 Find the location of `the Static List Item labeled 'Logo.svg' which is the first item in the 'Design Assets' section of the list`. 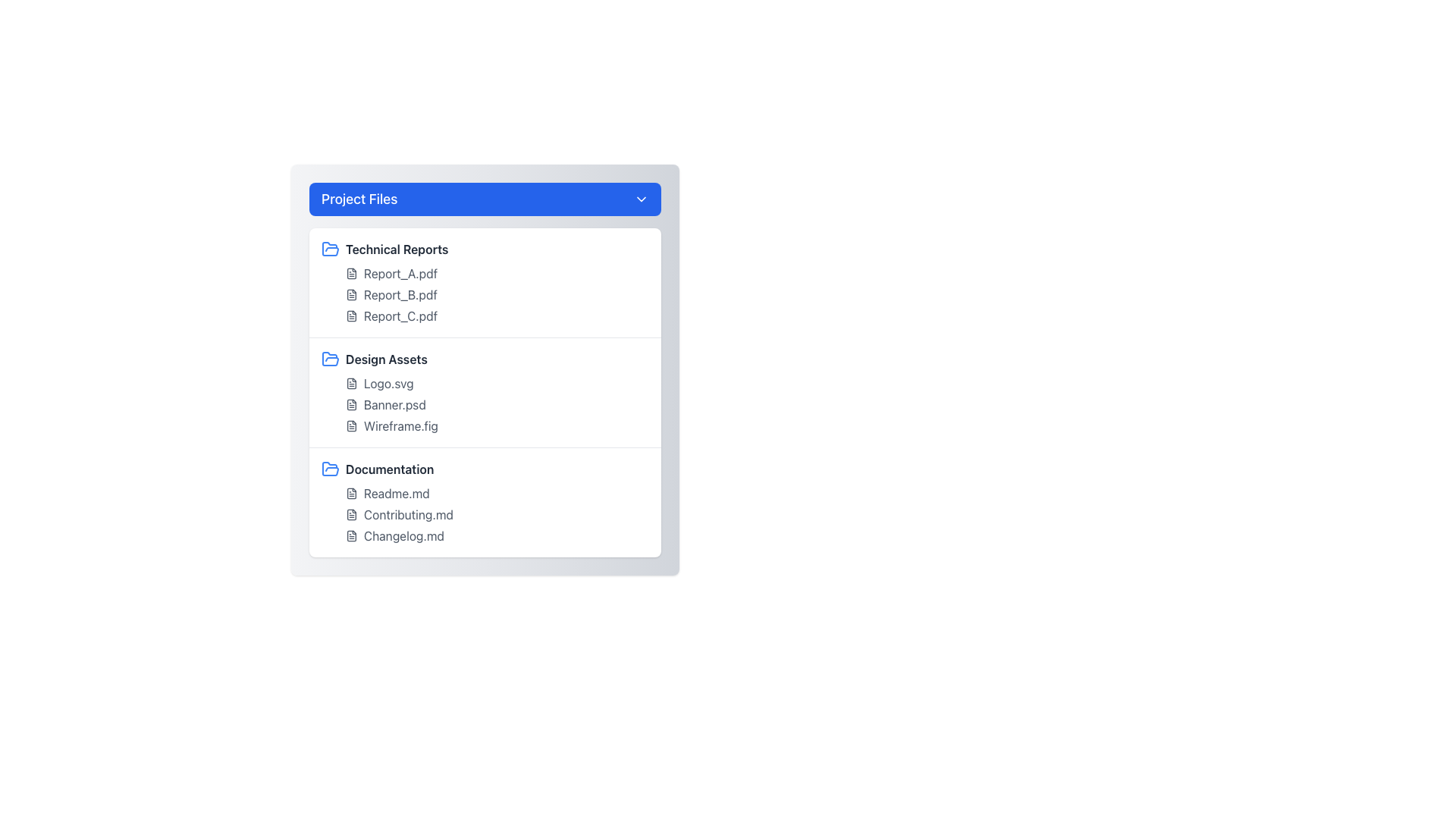

the Static List Item labeled 'Logo.svg' which is the first item in the 'Design Assets' section of the list is located at coordinates (497, 382).